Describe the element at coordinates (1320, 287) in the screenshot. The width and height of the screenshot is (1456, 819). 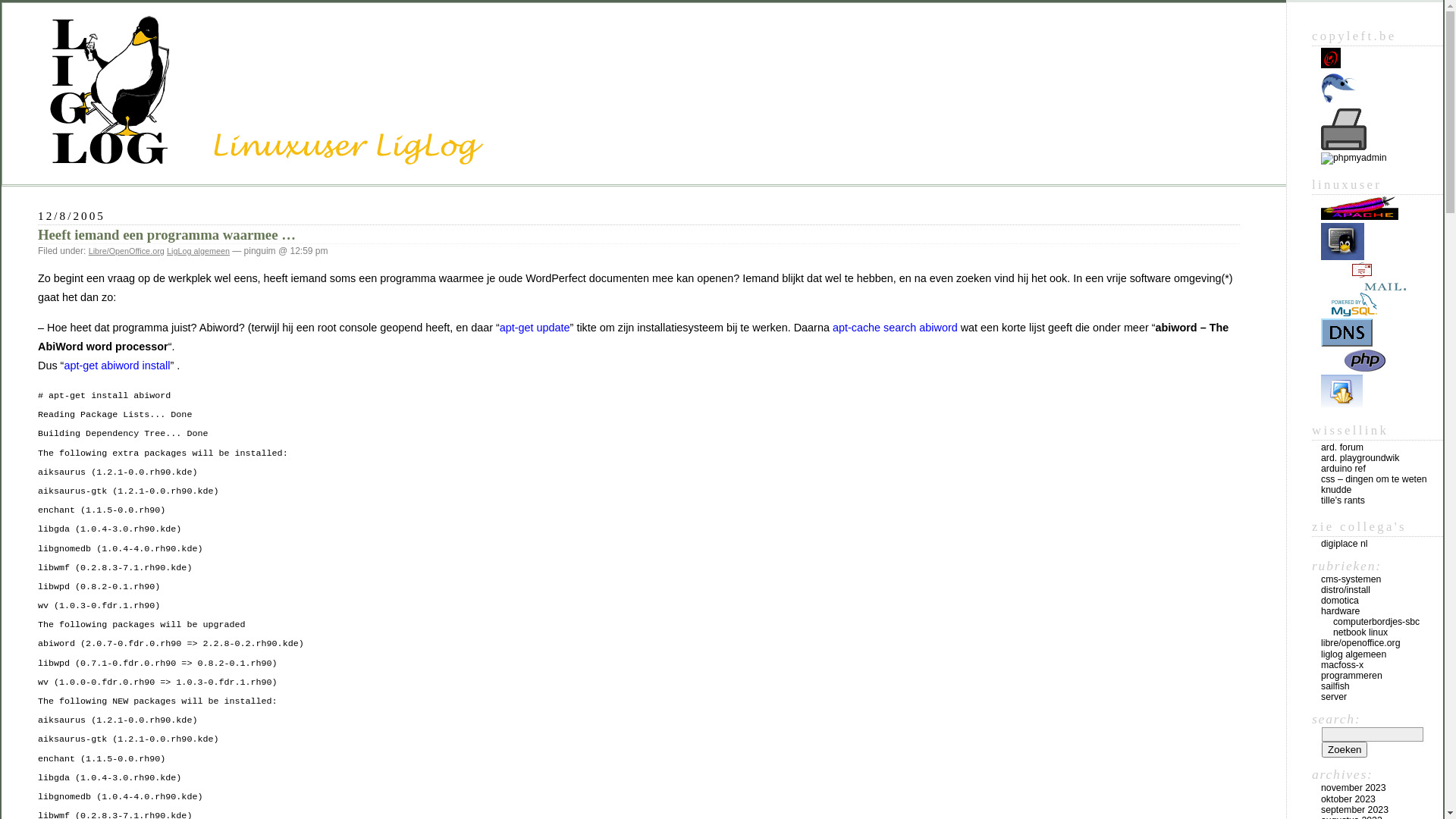
I see `'mailserver'` at that location.